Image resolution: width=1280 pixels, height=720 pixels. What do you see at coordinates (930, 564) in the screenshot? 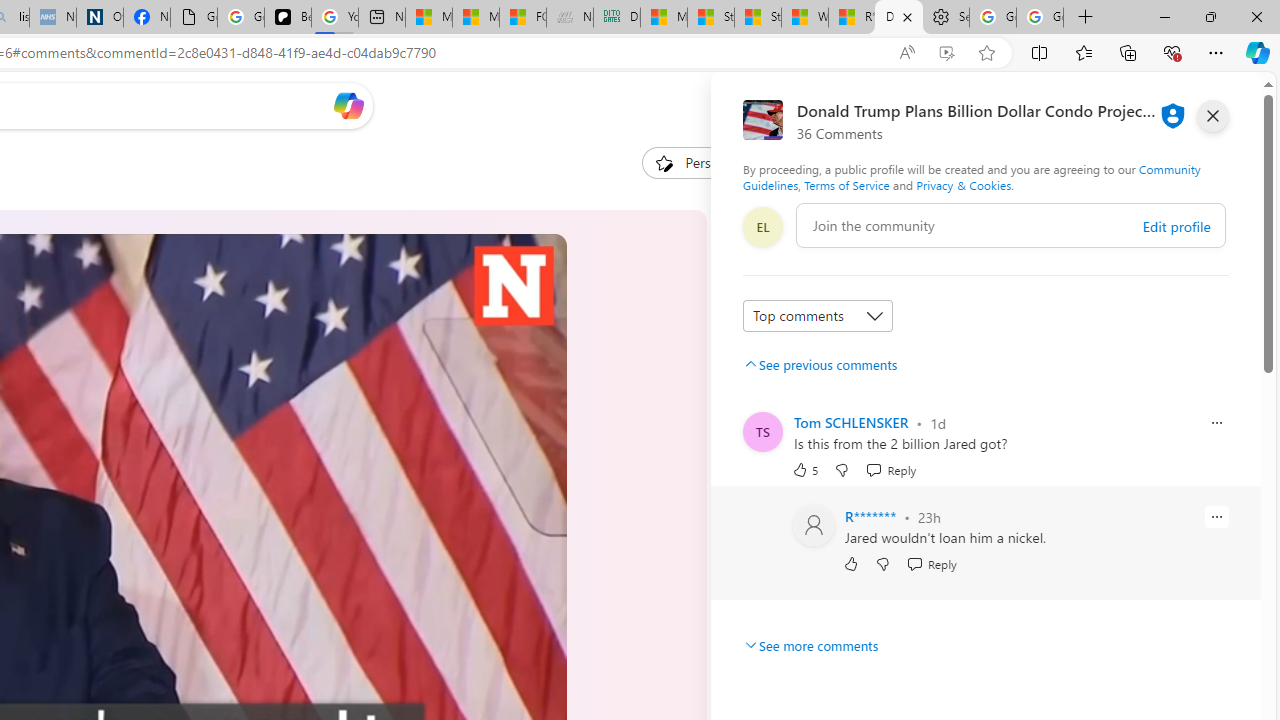
I see `'Reply Reply Comment'` at bounding box center [930, 564].